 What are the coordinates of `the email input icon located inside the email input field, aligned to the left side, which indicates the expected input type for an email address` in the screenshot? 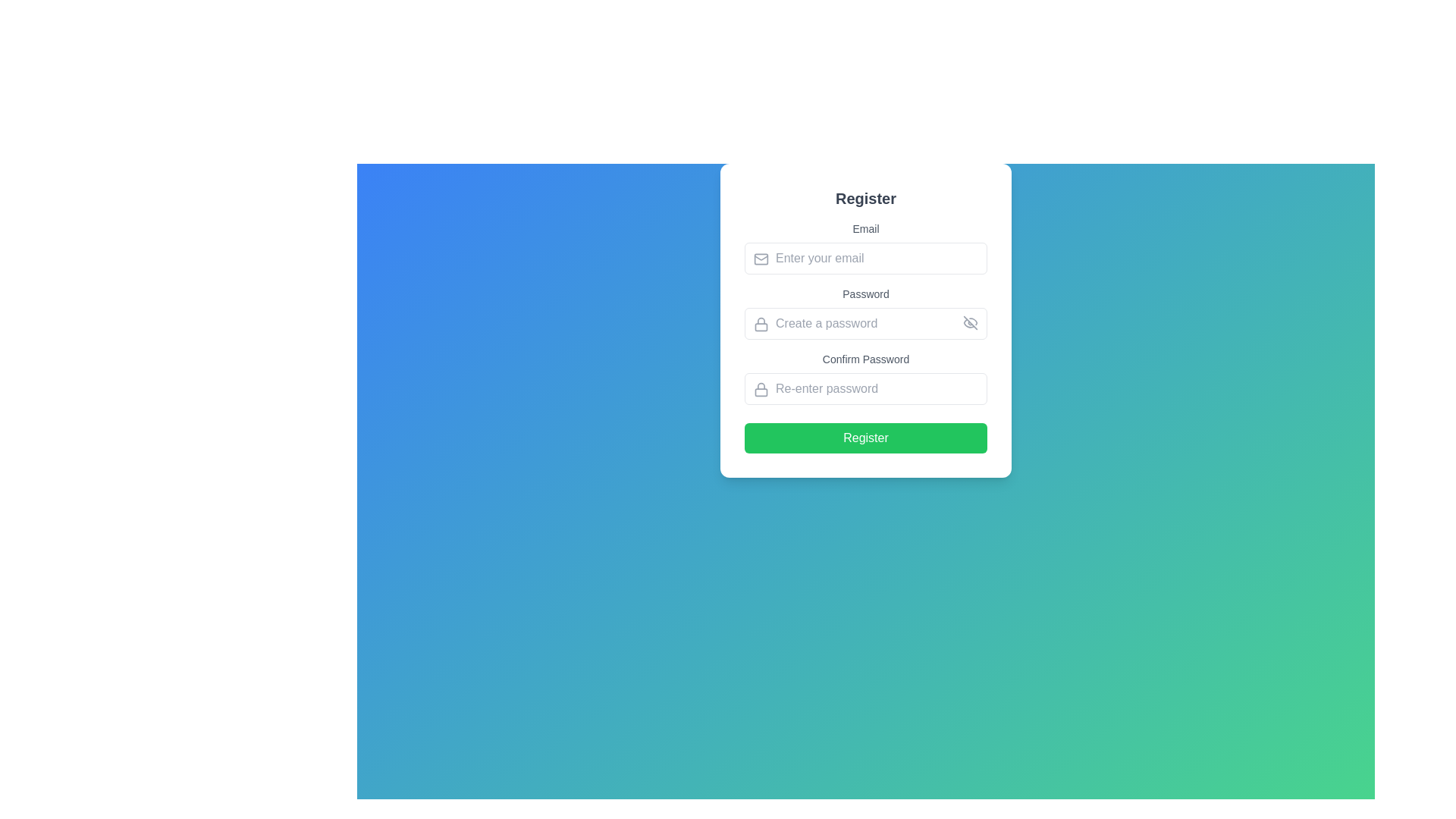 It's located at (761, 259).